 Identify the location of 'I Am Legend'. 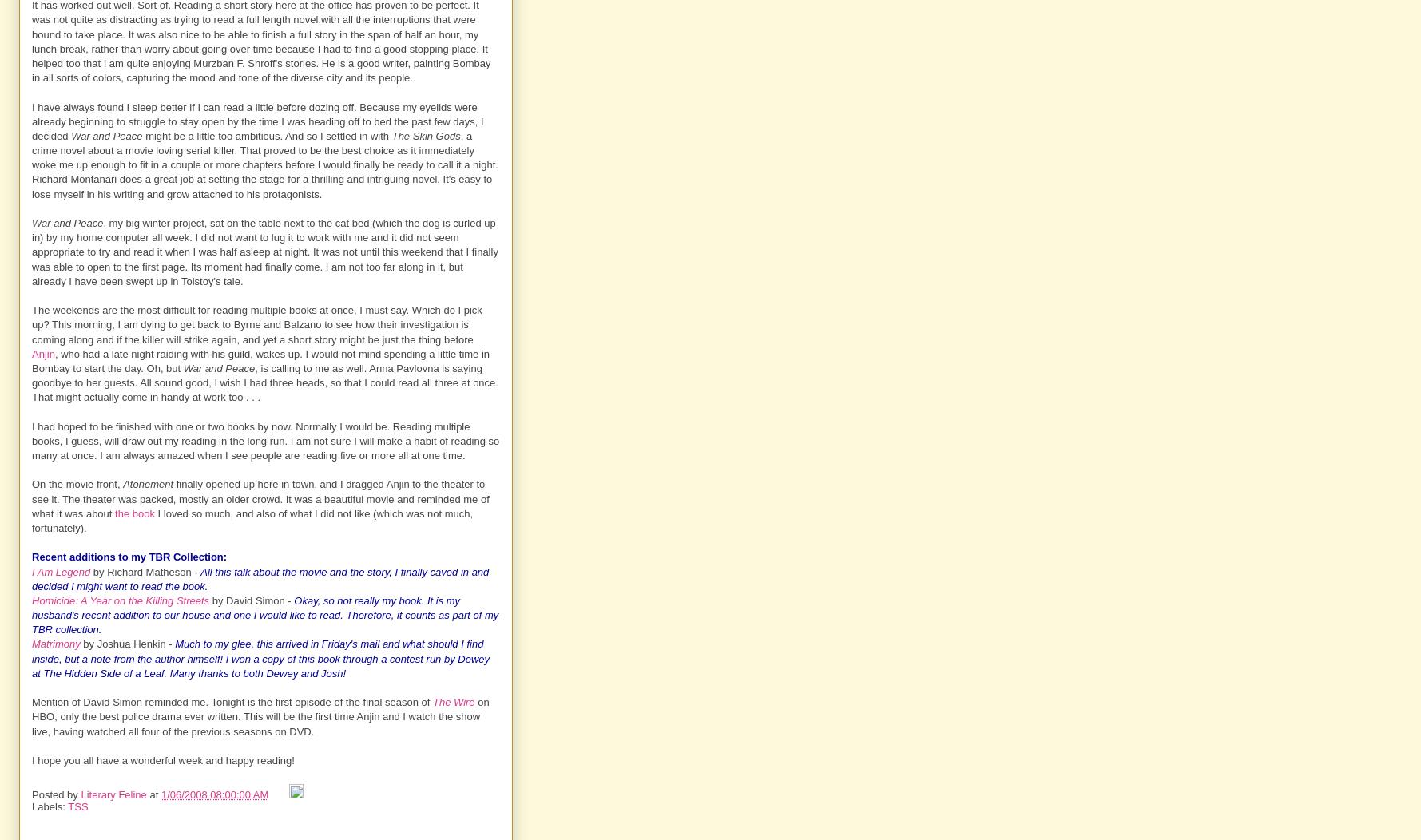
(60, 571).